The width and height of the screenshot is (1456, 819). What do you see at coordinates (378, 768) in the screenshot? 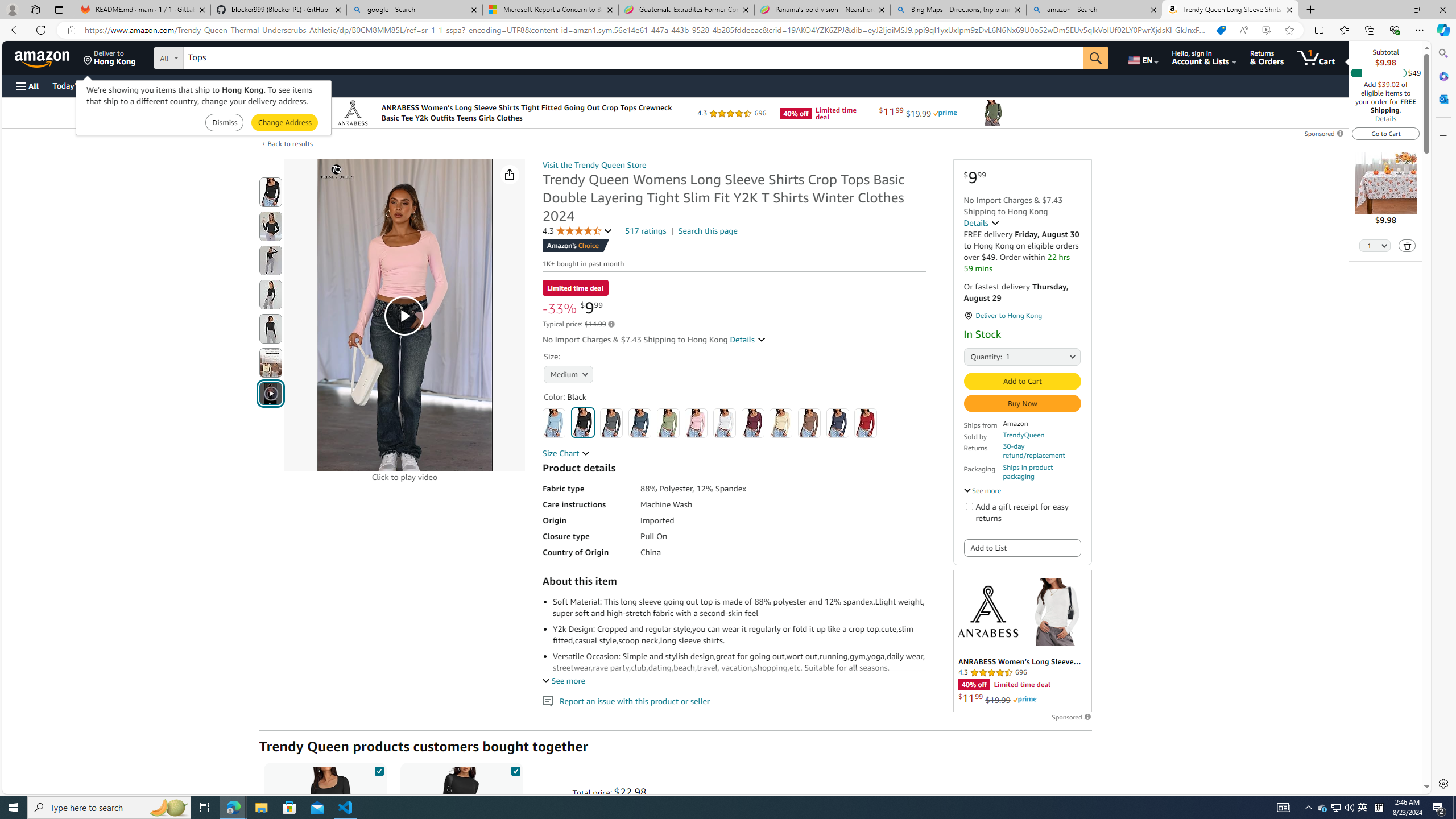
I see `'AutomationID: thematicBundleCheck-1'` at bounding box center [378, 768].